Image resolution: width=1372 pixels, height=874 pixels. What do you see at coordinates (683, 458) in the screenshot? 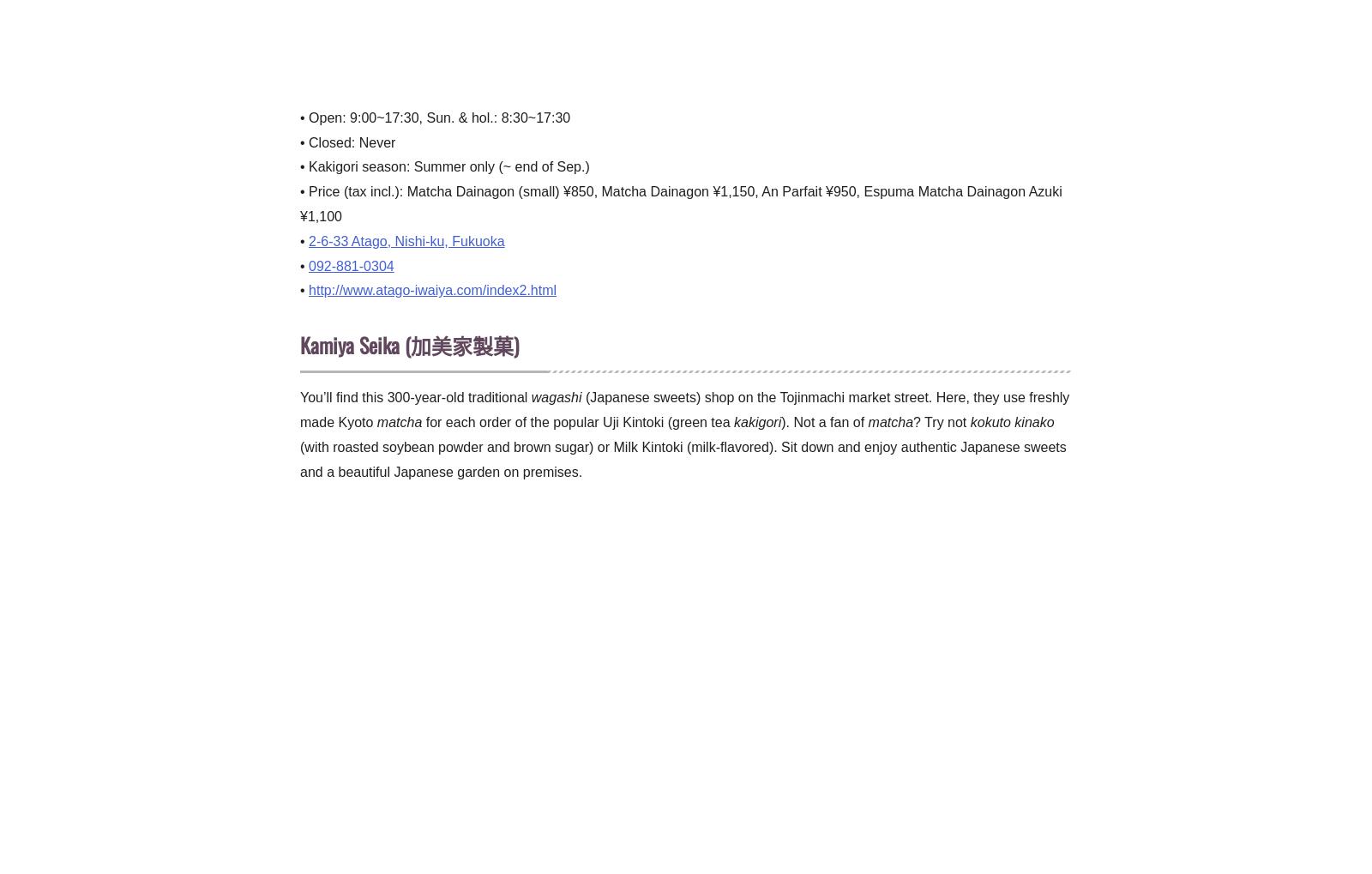
I see `'(with roasted soybean powder and brown sugar) or Milk Kintoki (milk-flavored). Sit down and enjoy authentic Japanese sweets and a beautiful Japanese garden on premises.'` at bounding box center [683, 458].